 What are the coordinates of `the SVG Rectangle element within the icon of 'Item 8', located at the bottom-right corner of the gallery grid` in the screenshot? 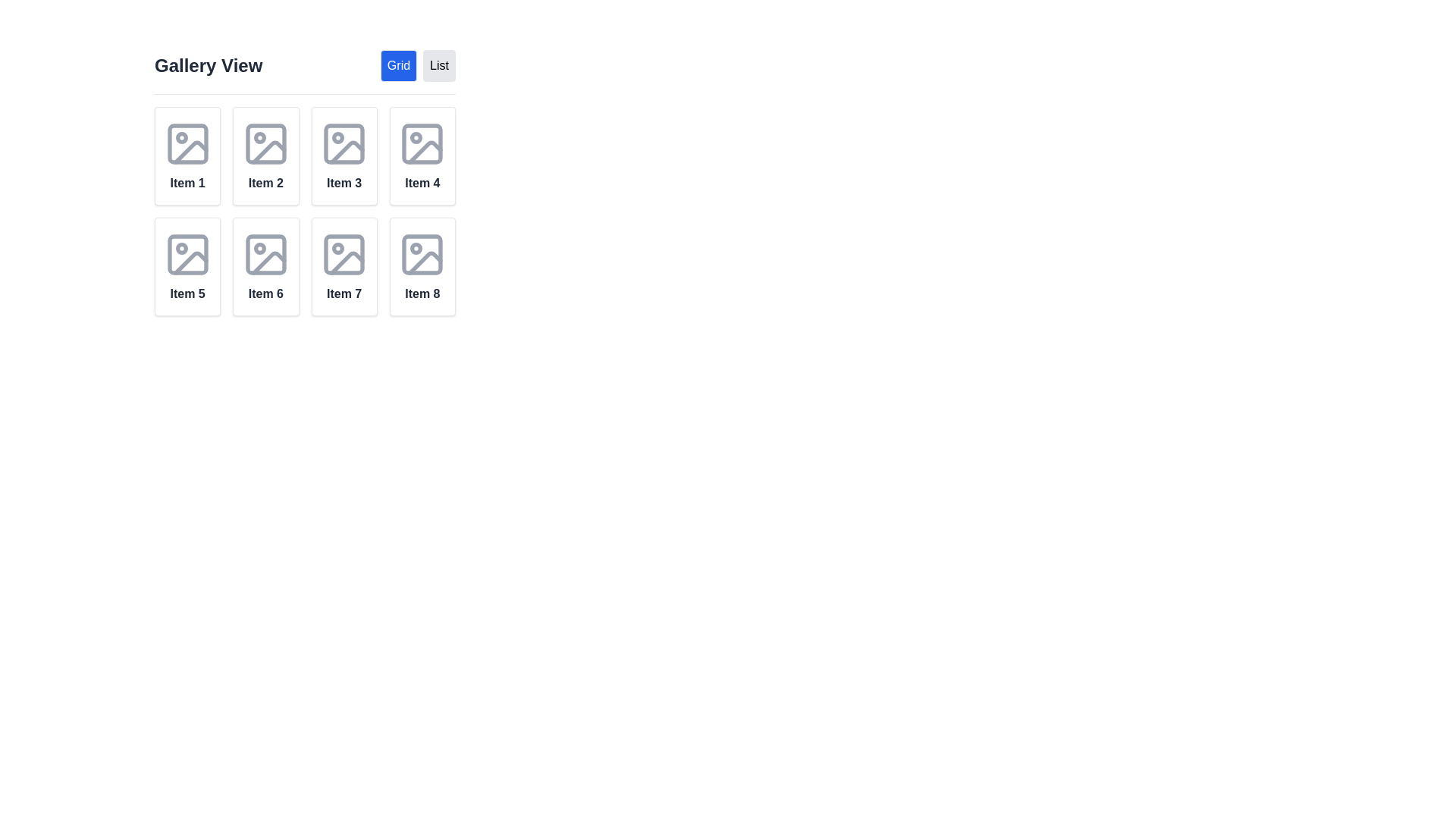 It's located at (422, 253).